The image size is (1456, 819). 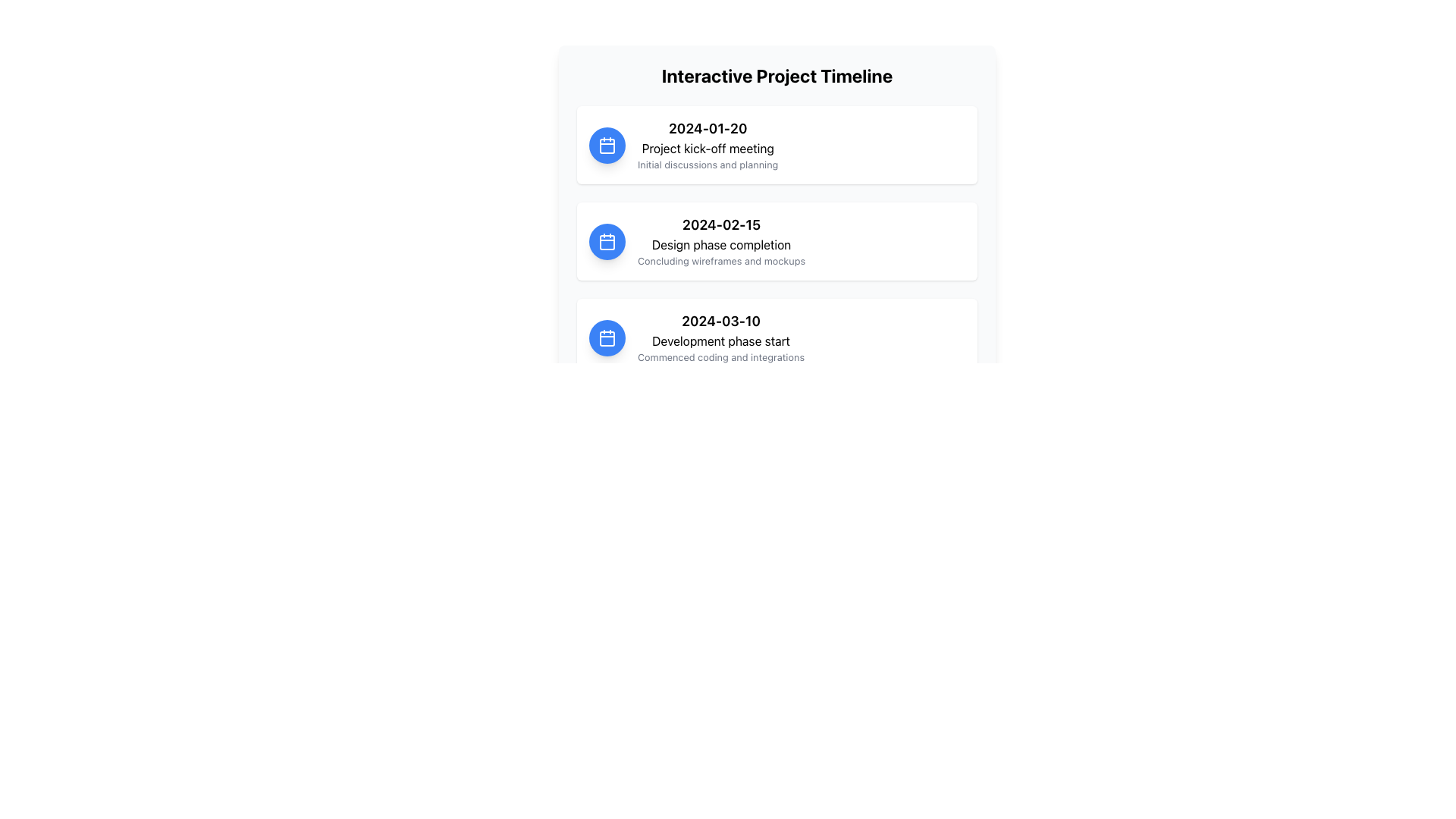 What do you see at coordinates (607, 146) in the screenshot?
I see `the inner rectangular decorative element of the calendar icon, which is located within the blue circular background` at bounding box center [607, 146].